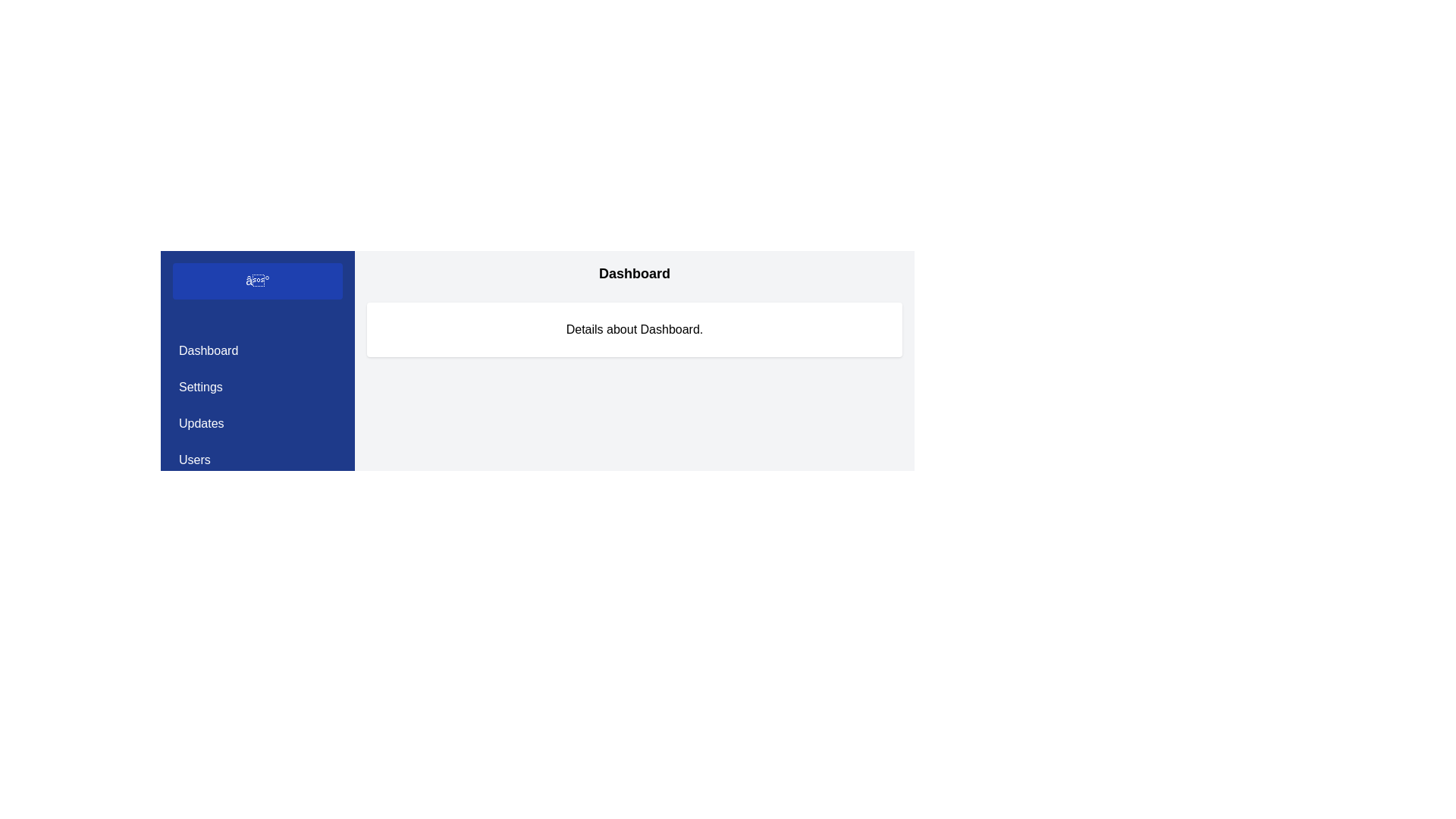  I want to click on the 'Dashboard' navigation link in the sidebar, so click(258, 350).